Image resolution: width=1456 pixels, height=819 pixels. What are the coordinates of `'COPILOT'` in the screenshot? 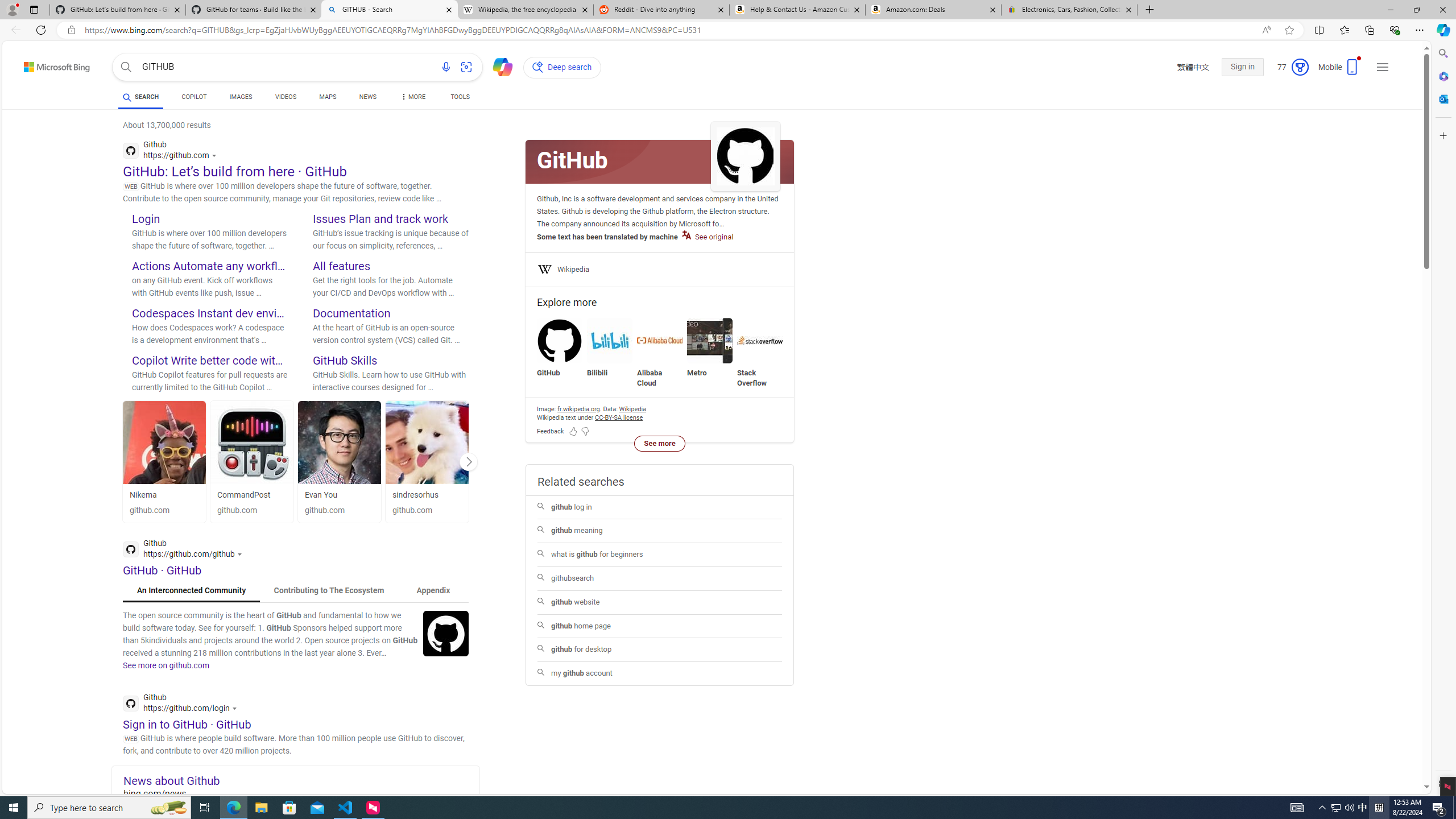 It's located at (193, 98).